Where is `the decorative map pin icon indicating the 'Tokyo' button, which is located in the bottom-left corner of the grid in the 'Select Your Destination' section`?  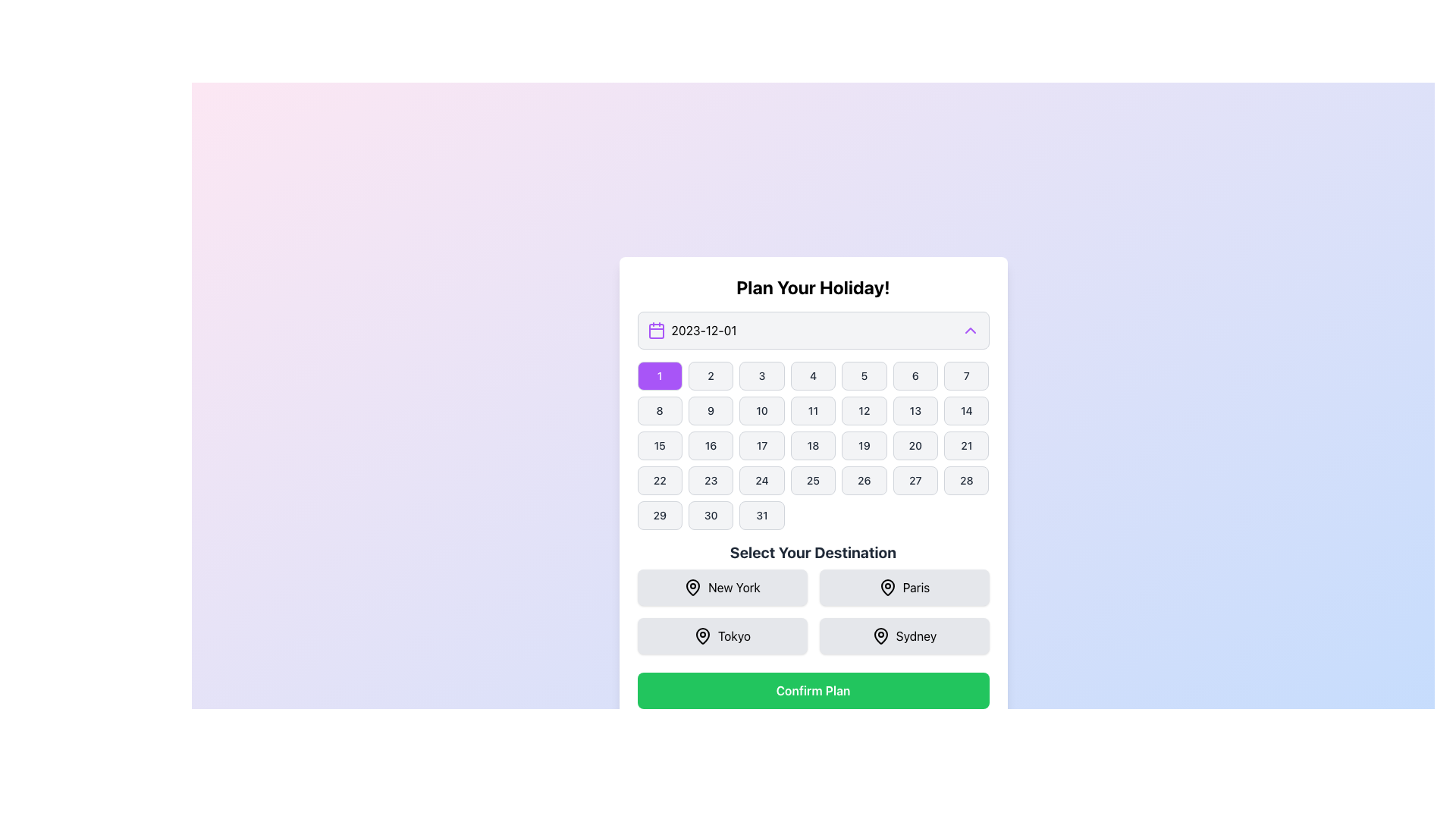
the decorative map pin icon indicating the 'Tokyo' button, which is located in the bottom-left corner of the grid in the 'Select Your Destination' section is located at coordinates (701, 636).